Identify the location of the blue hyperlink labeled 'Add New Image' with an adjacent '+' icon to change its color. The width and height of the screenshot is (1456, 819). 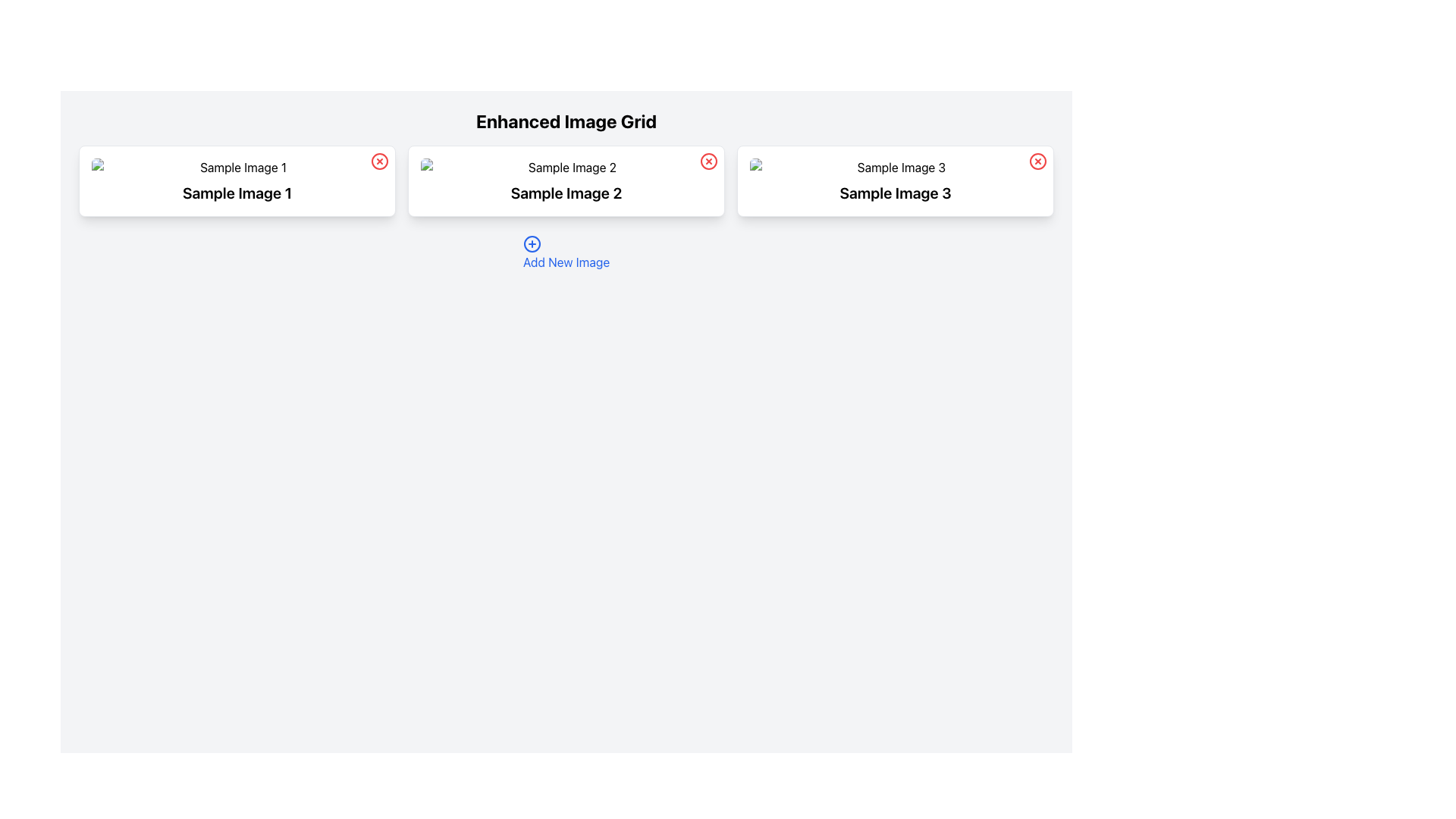
(566, 253).